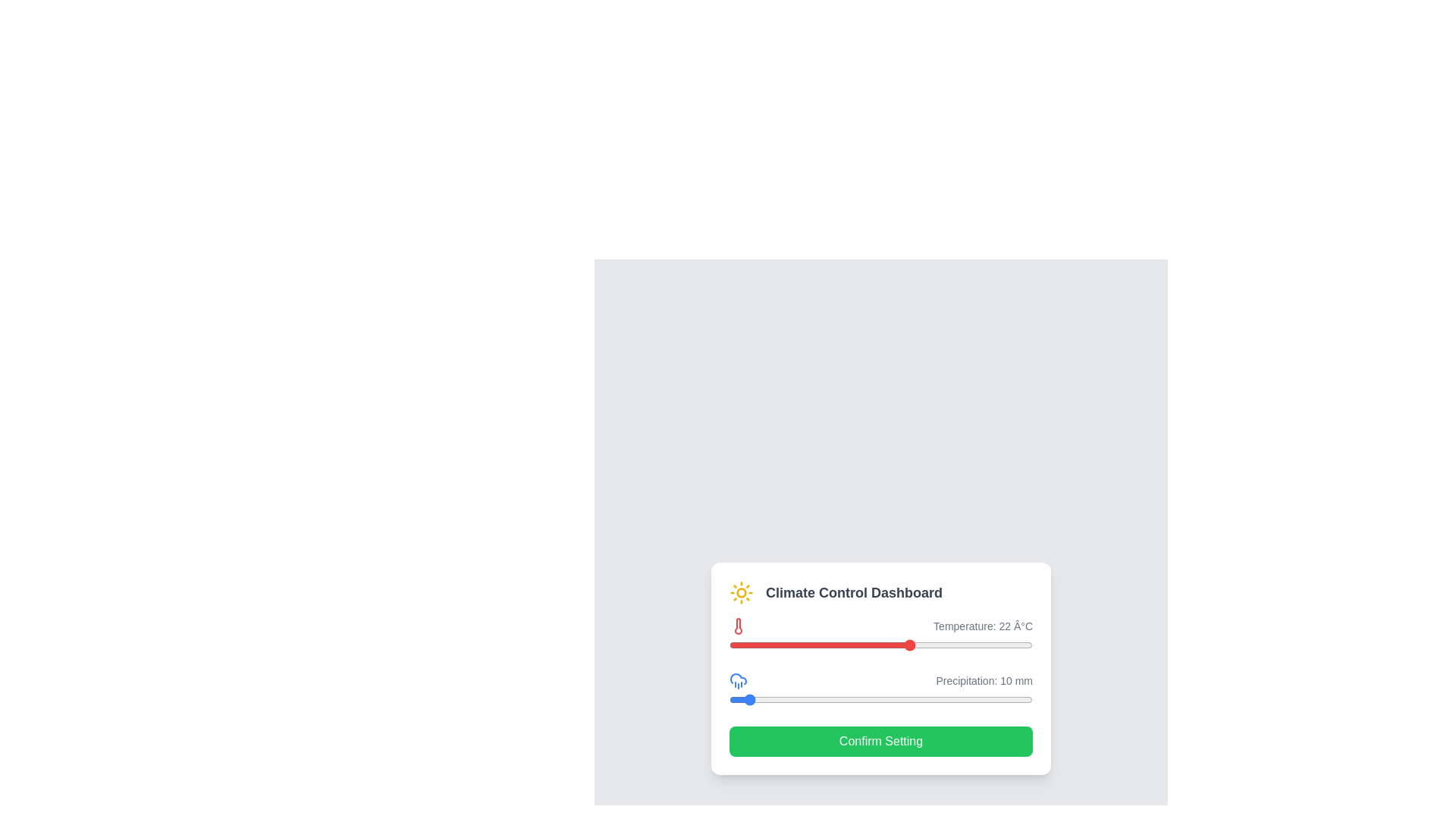 The height and width of the screenshot is (819, 1456). Describe the element at coordinates (967, 645) in the screenshot. I see `the temperature slider to 35°C` at that location.